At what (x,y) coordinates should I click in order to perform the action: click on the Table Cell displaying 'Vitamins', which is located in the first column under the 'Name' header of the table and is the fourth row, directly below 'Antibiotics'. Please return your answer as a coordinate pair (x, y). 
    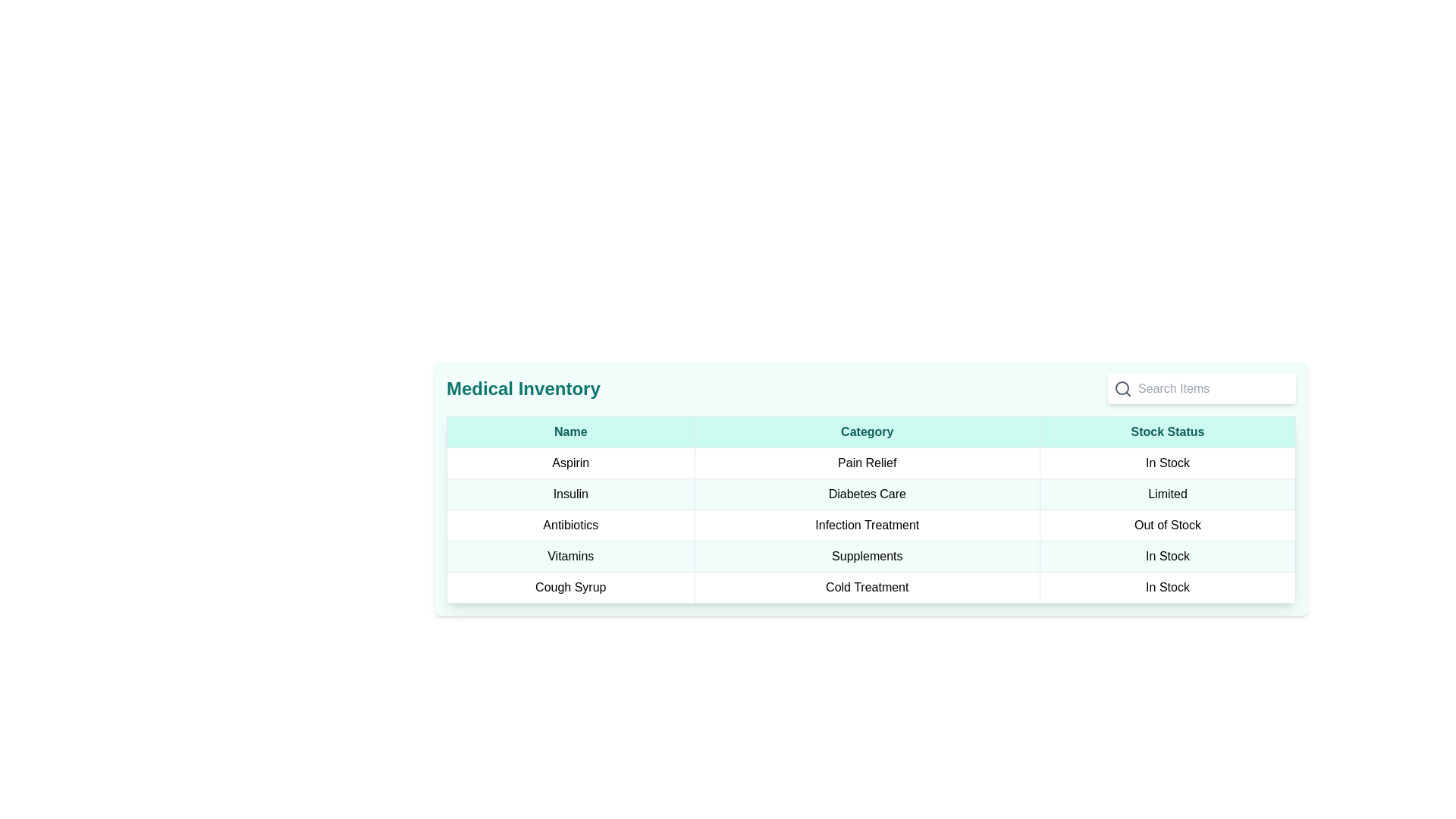
    Looking at the image, I should click on (570, 556).